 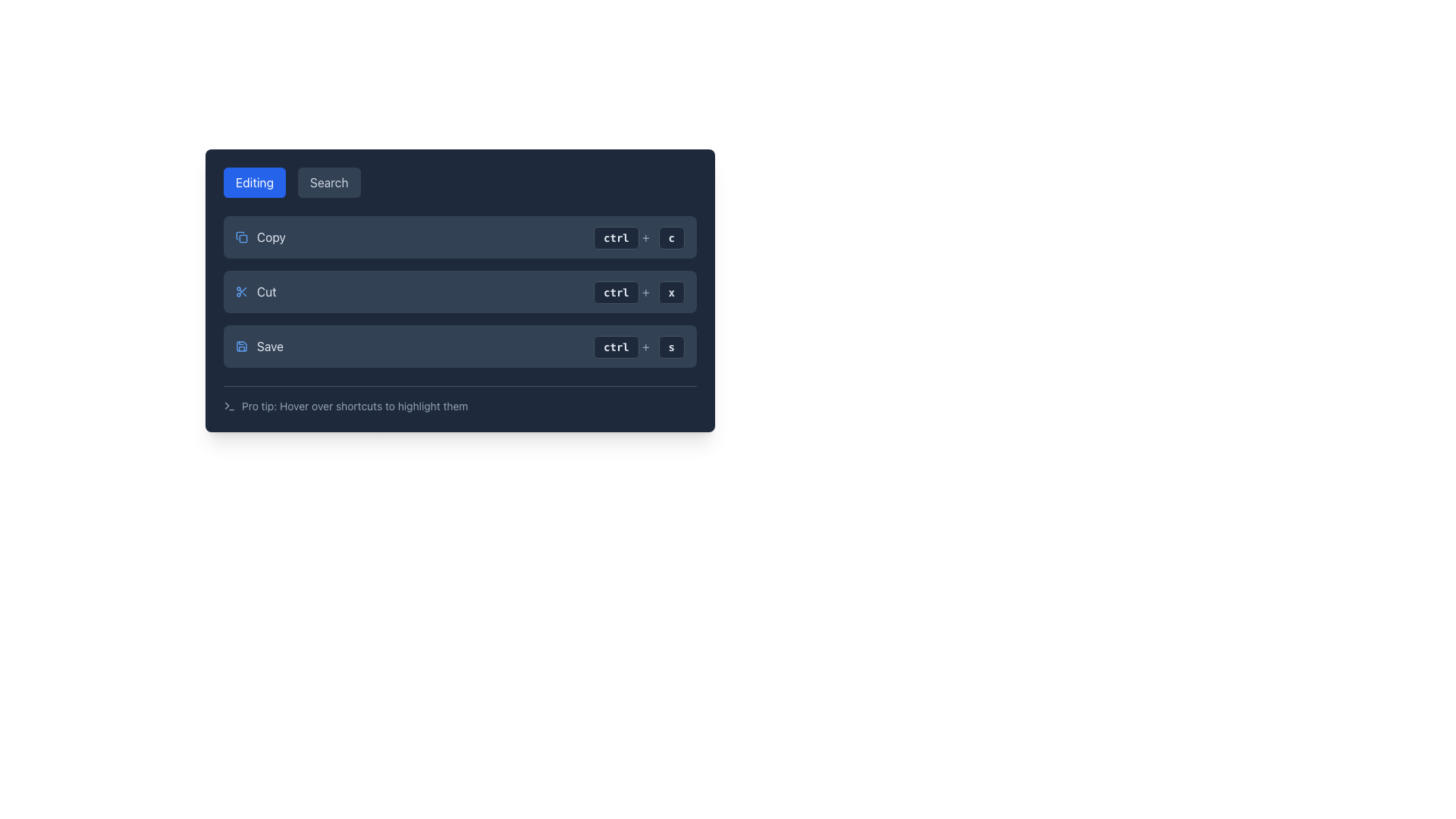 I want to click on the 'Cut' button, which is the second option in the list of operations, featuring a scissors icon and styled with blue and white text on a dark background, so click(x=256, y=292).